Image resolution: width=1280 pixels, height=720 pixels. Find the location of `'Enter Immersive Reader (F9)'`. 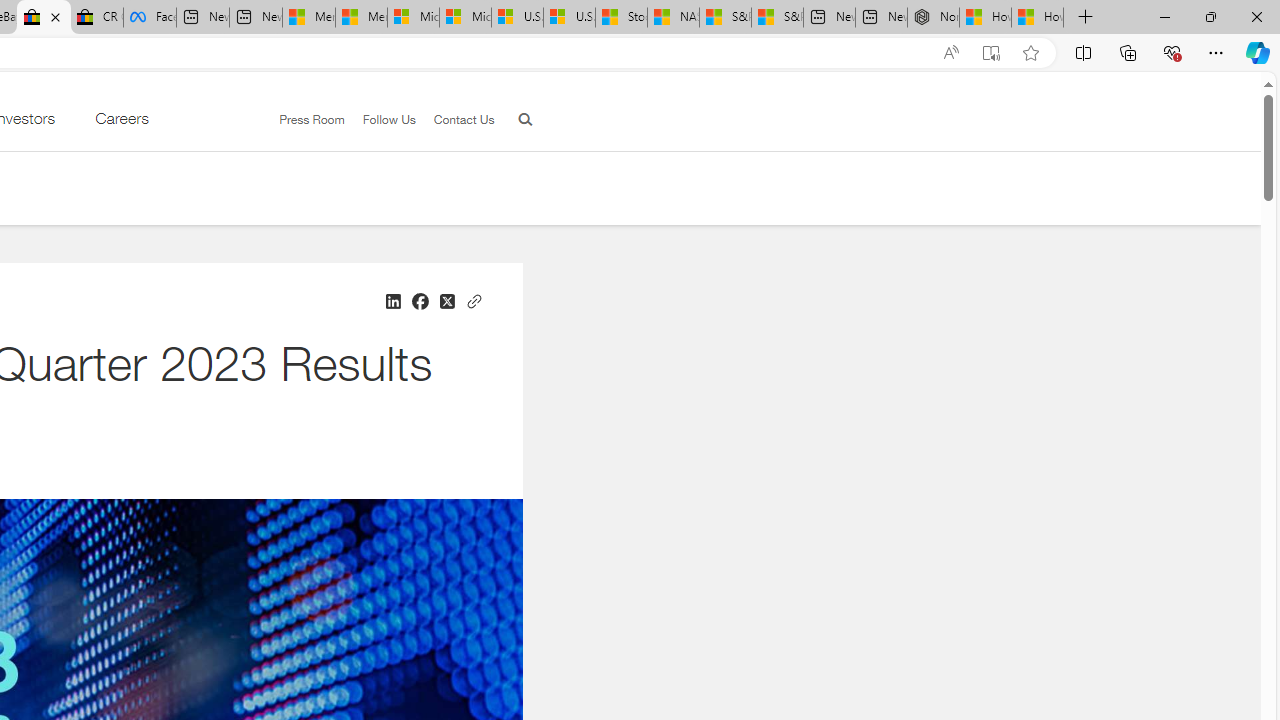

'Enter Immersive Reader (F9)' is located at coordinates (991, 52).